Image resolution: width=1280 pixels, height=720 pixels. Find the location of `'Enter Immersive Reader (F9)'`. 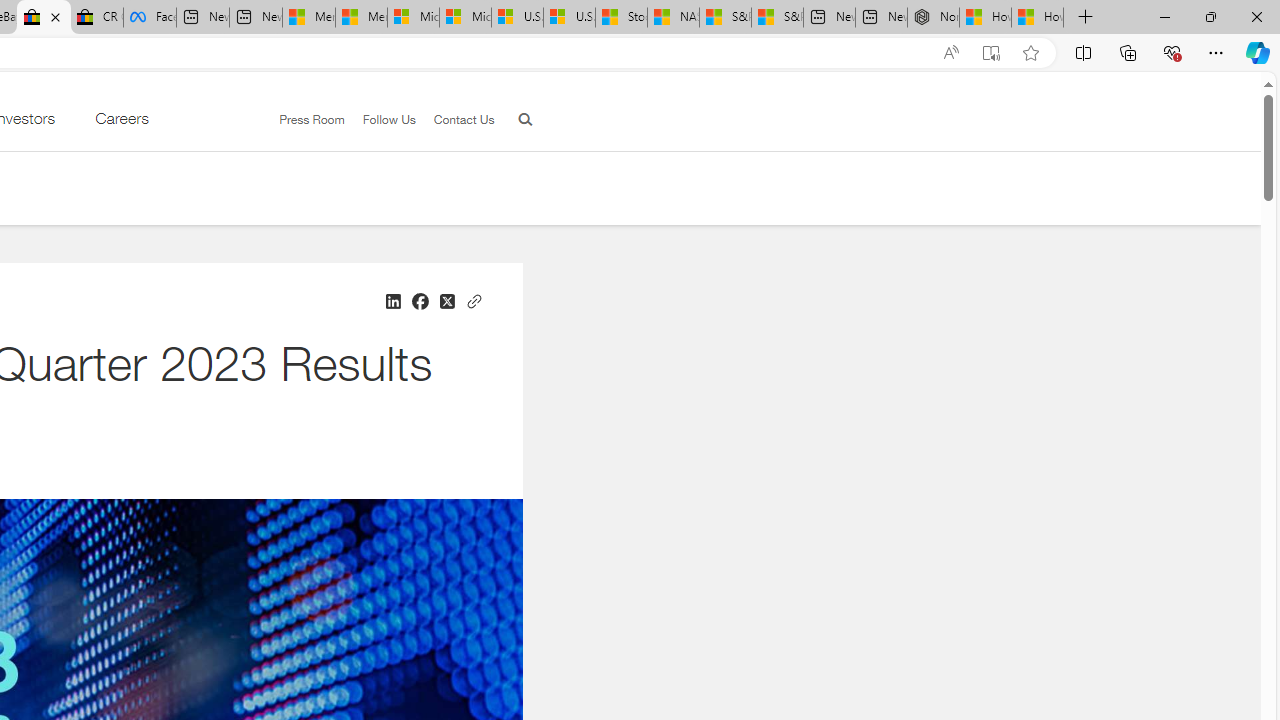

'Enter Immersive Reader (F9)' is located at coordinates (991, 52).